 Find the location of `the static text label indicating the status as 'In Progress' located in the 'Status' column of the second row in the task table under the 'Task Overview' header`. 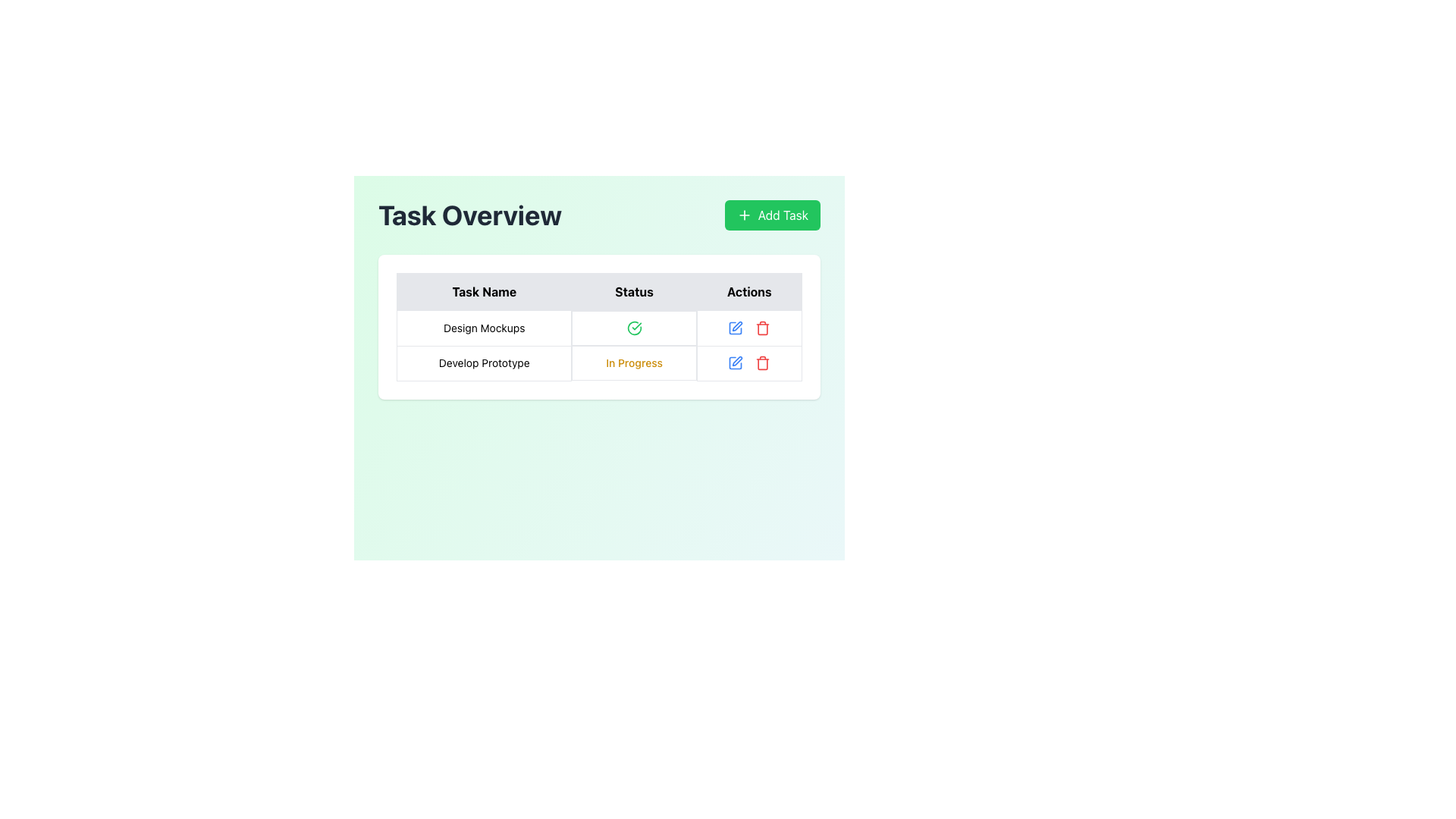

the static text label indicating the status as 'In Progress' located in the 'Status' column of the second row in the task table under the 'Task Overview' header is located at coordinates (634, 362).